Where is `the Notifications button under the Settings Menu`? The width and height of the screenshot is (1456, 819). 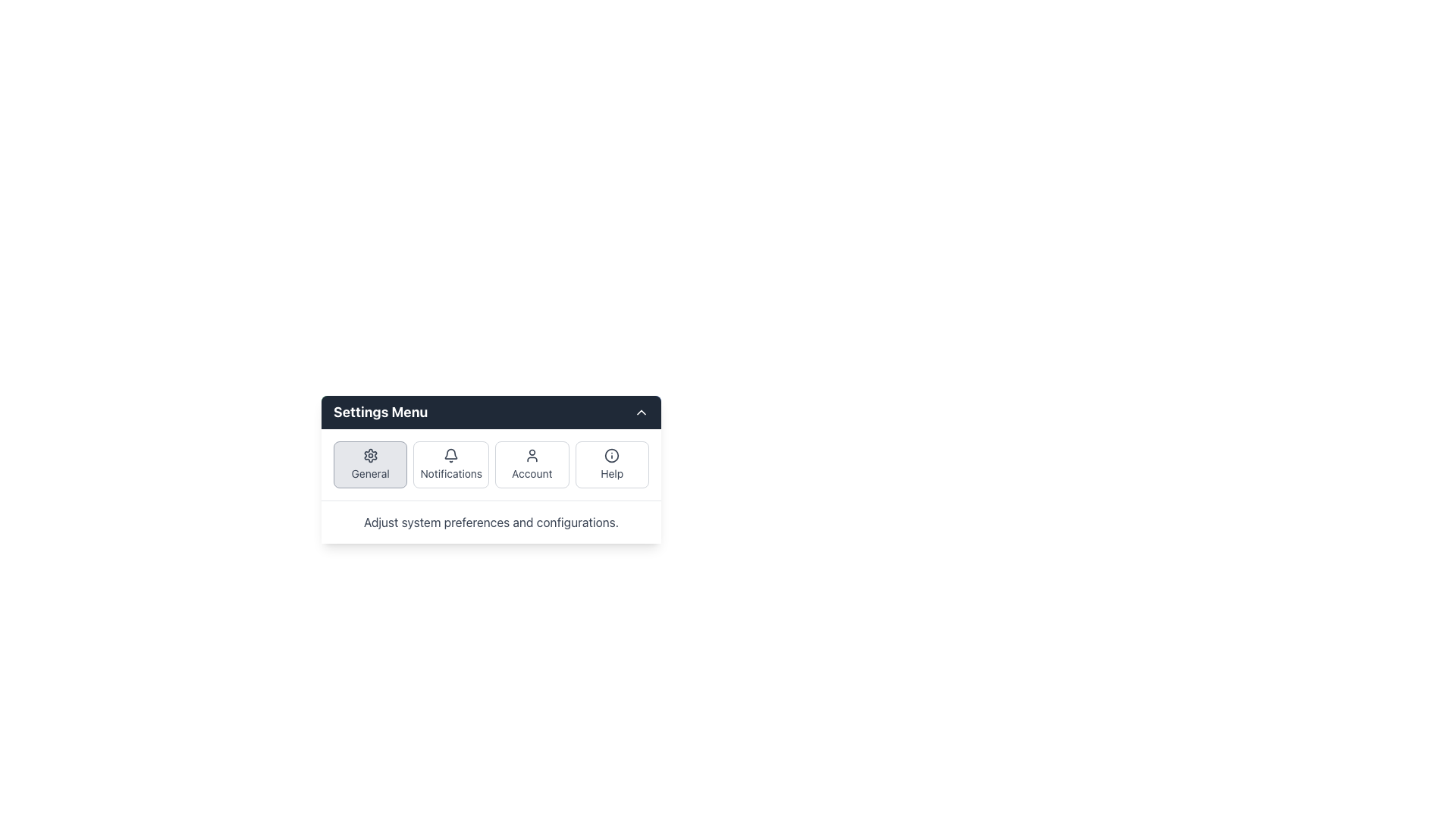
the Notifications button under the Settings Menu is located at coordinates (491, 464).